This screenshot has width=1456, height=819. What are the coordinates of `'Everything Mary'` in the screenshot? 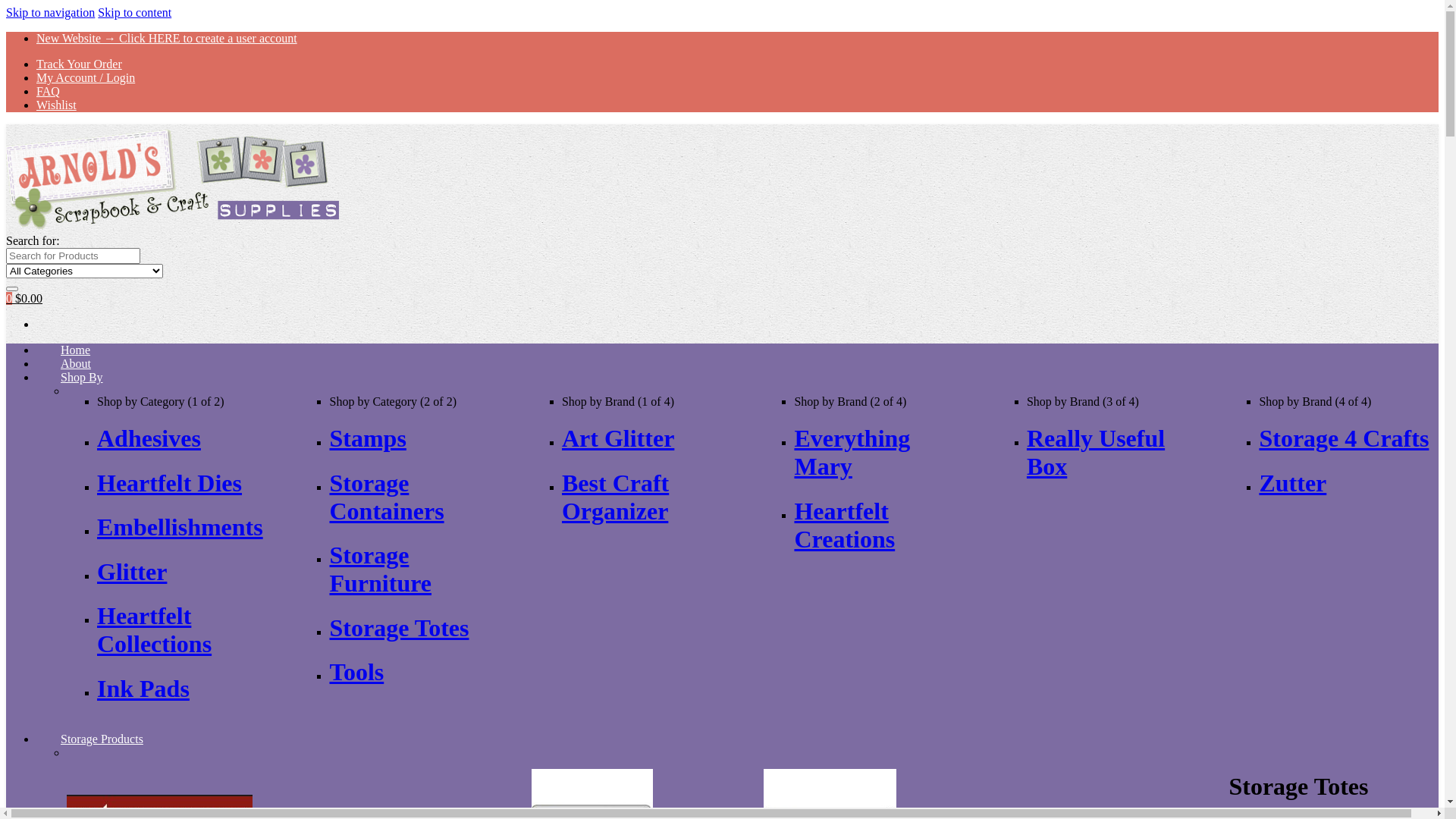 It's located at (792, 451).